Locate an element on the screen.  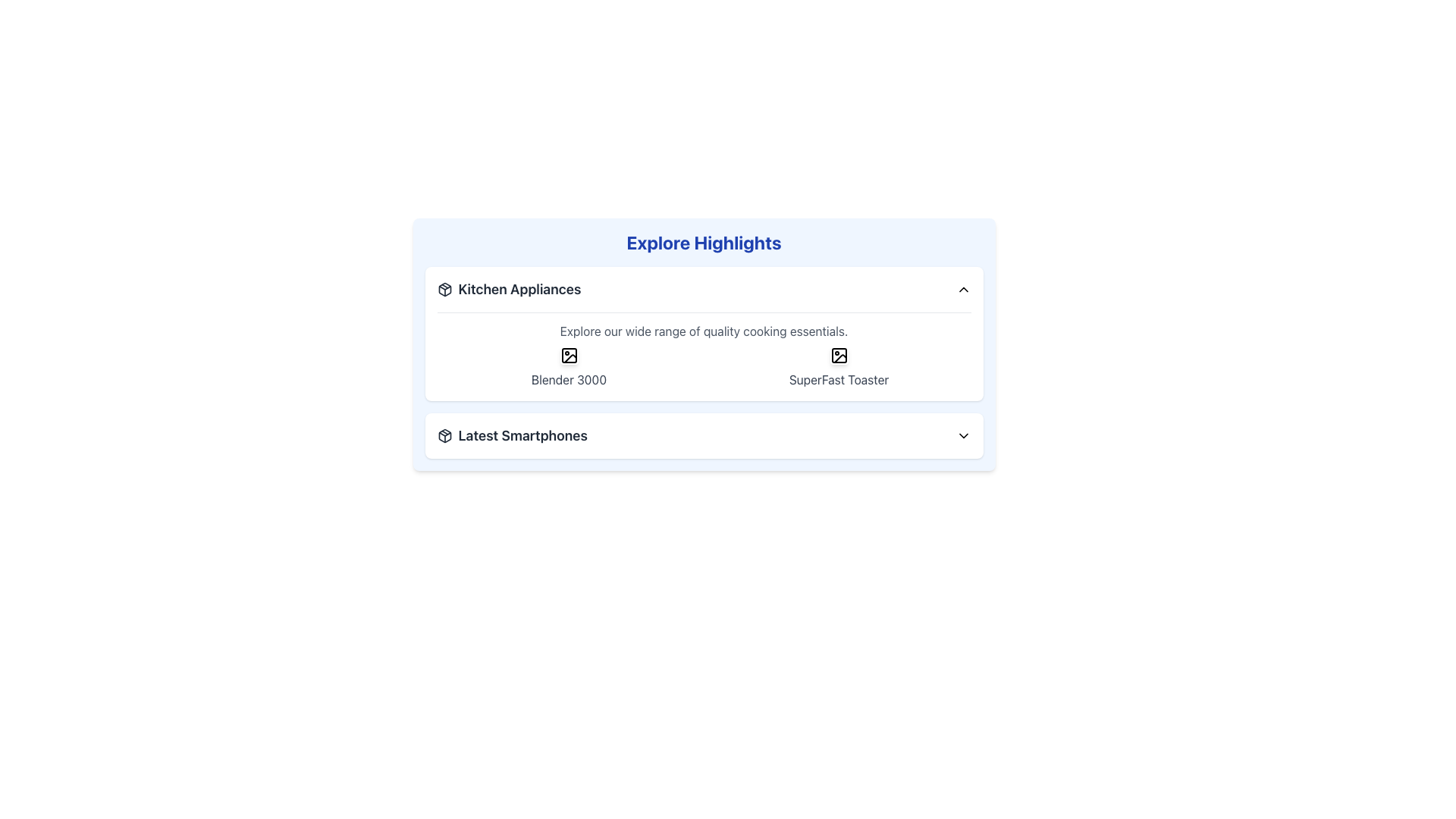
text label that displays 'Explore our wide range of quality cooking essentials.' positioned in the content card under the title 'Kitchen Appliances.' is located at coordinates (703, 330).